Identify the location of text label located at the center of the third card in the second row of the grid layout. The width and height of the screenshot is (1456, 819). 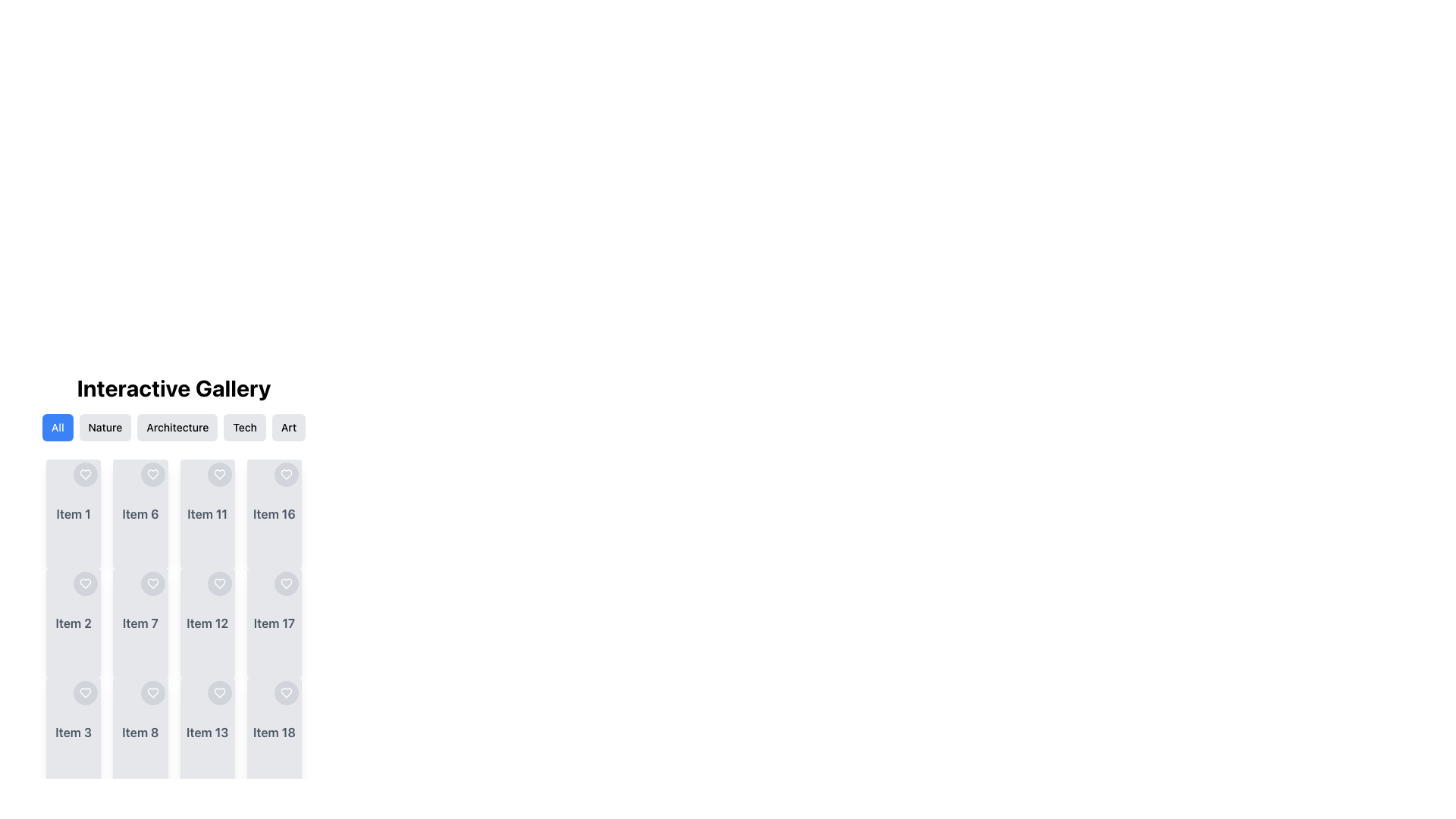
(206, 513).